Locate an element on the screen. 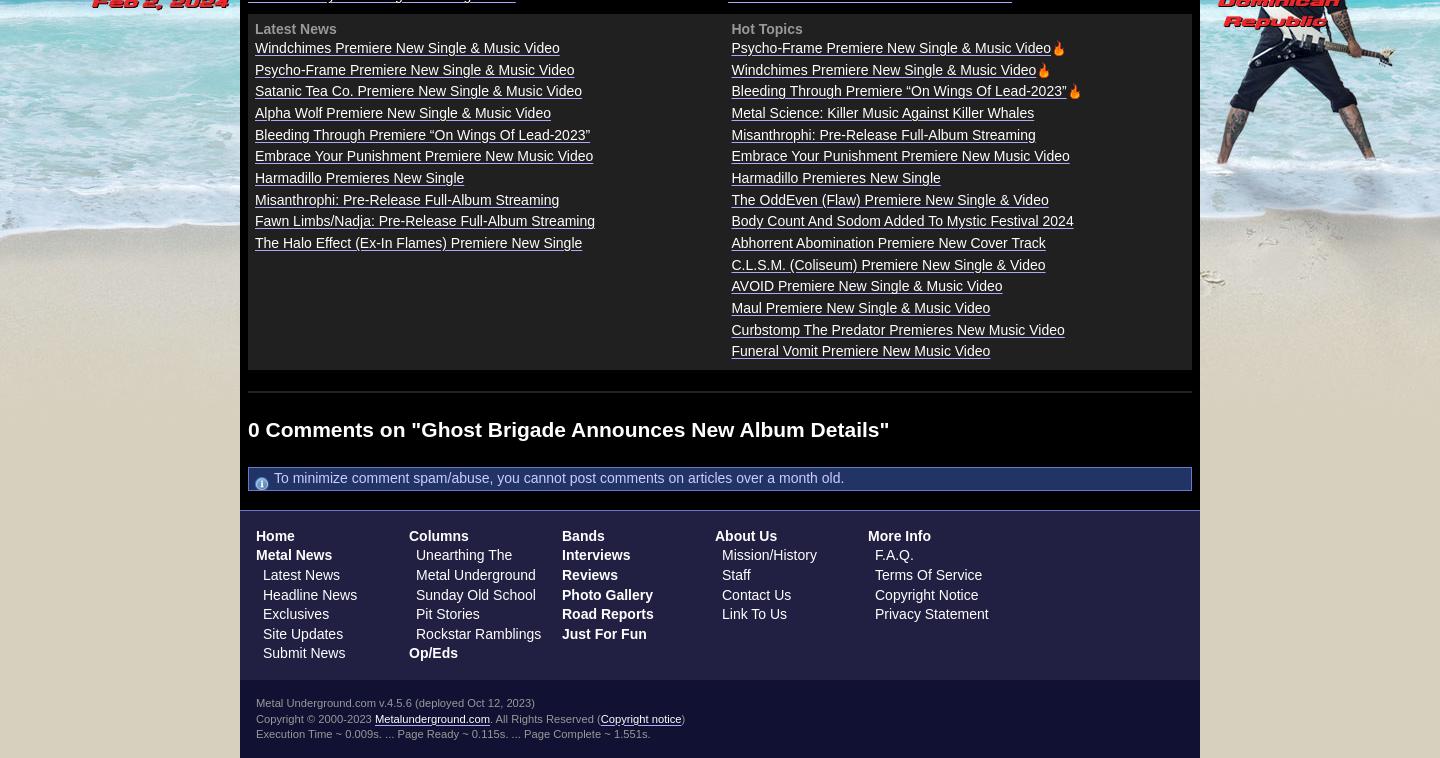 The width and height of the screenshot is (1440, 758). 'C.L.S.M. (Coliseum) Premiere New Single & Video' is located at coordinates (887, 264).